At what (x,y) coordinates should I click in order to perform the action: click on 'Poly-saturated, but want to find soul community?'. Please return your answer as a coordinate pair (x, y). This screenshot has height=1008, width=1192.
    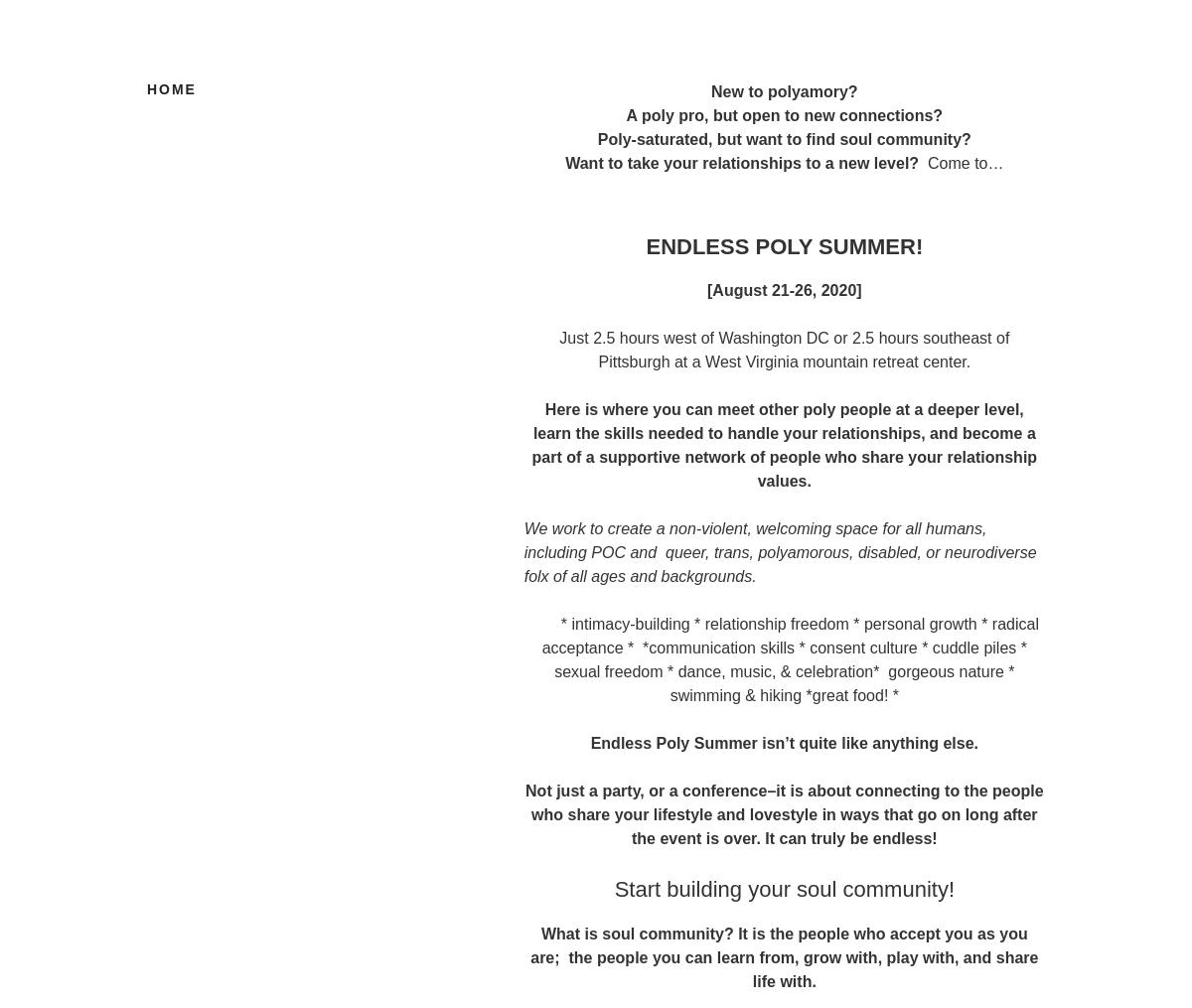
    Looking at the image, I should click on (783, 139).